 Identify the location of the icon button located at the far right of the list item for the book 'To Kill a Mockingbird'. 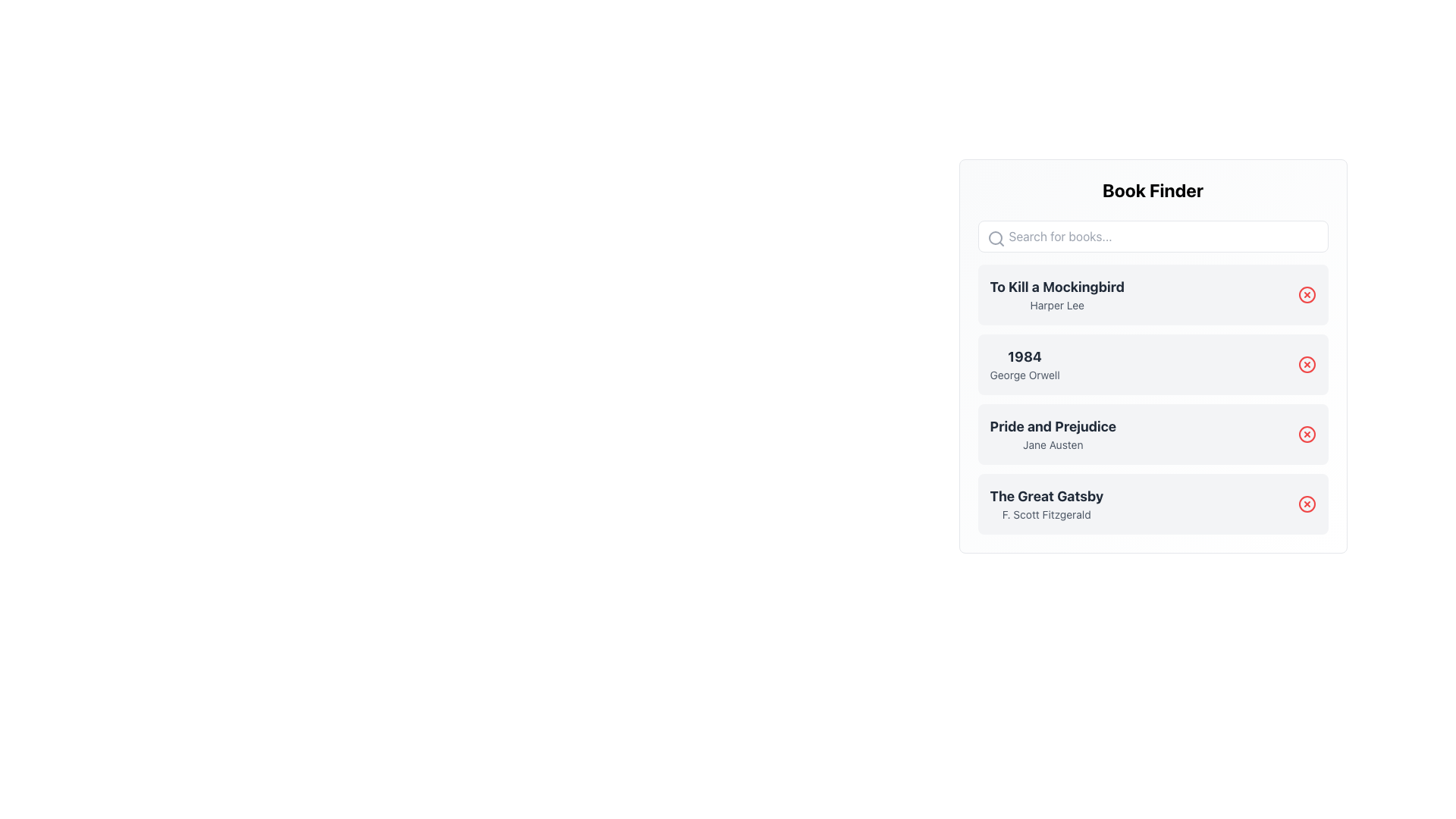
(1306, 295).